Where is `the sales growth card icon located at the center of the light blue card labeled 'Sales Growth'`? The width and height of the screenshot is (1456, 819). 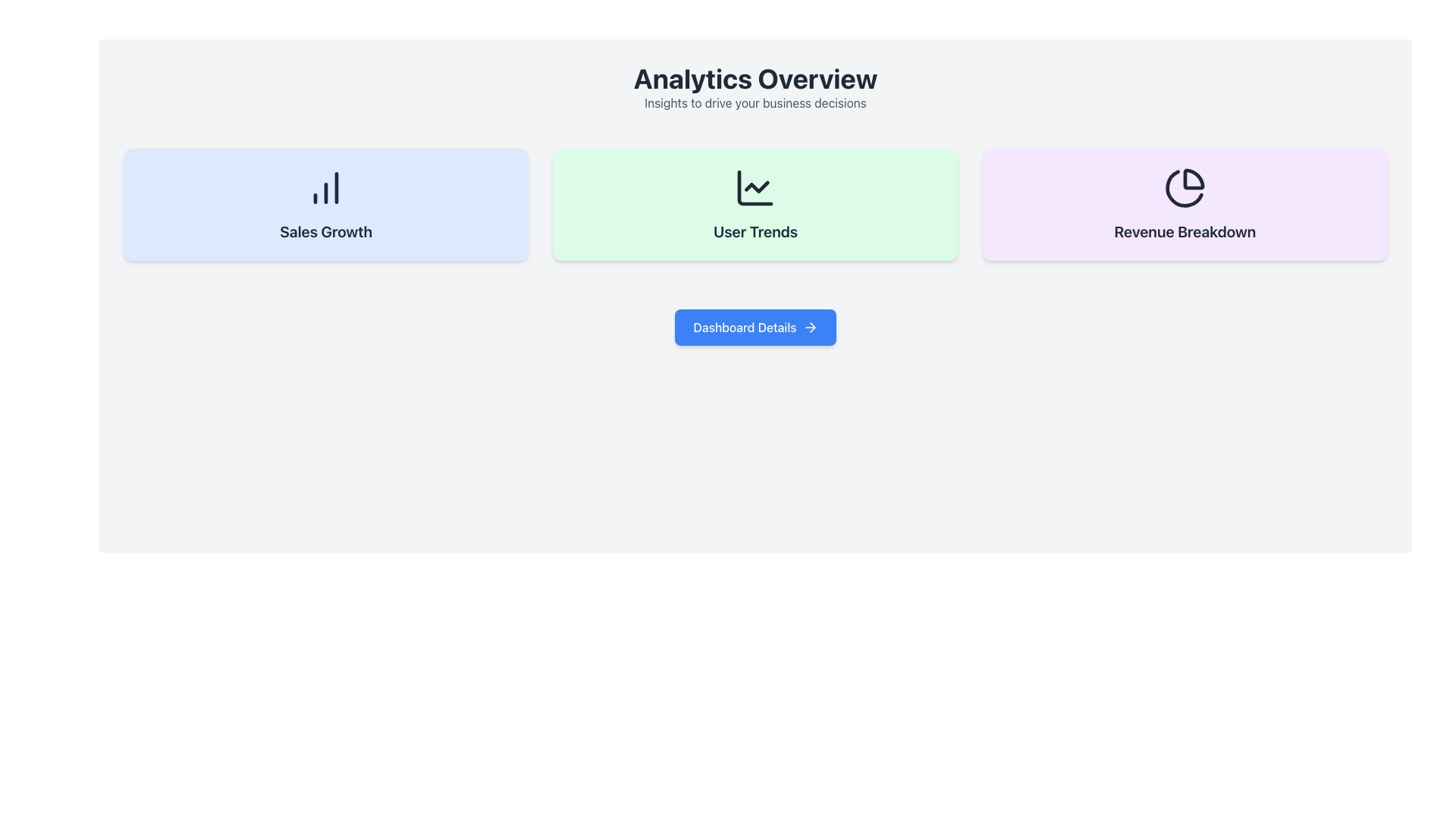 the sales growth card icon located at the center of the light blue card labeled 'Sales Growth' is located at coordinates (325, 187).